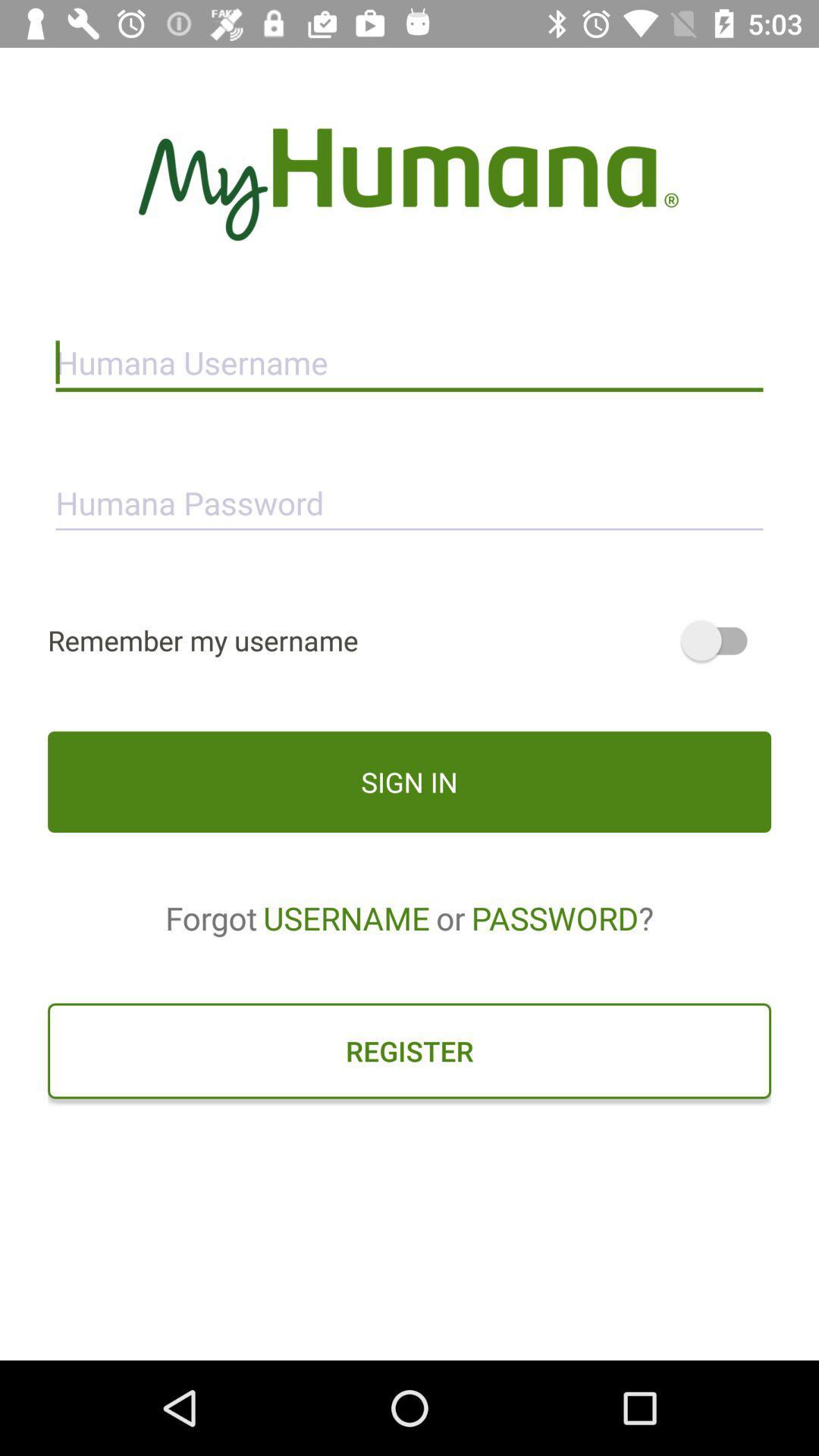 The image size is (819, 1456). What do you see at coordinates (409, 1050) in the screenshot?
I see `register` at bounding box center [409, 1050].